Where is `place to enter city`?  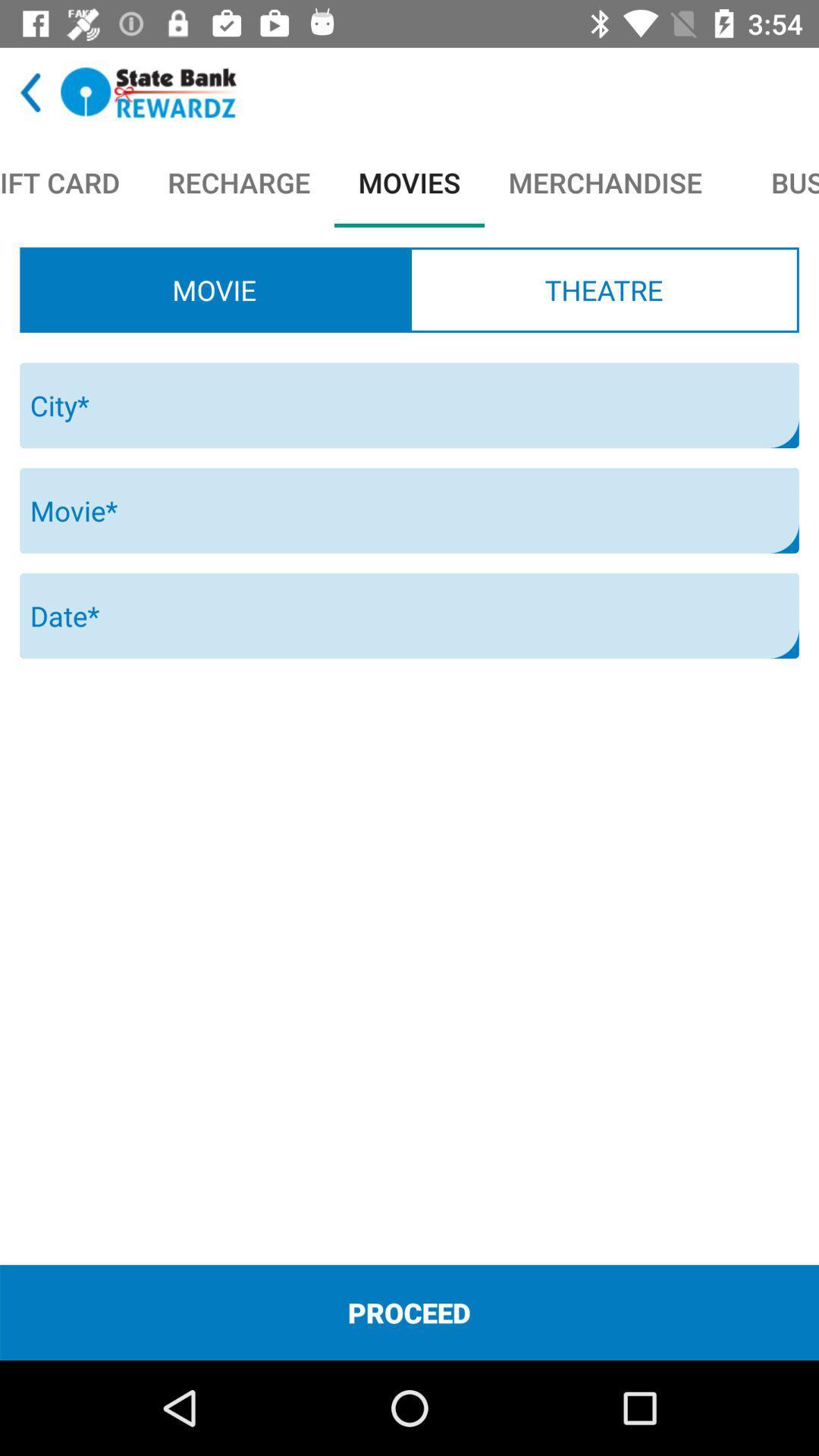 place to enter city is located at coordinates (409, 405).